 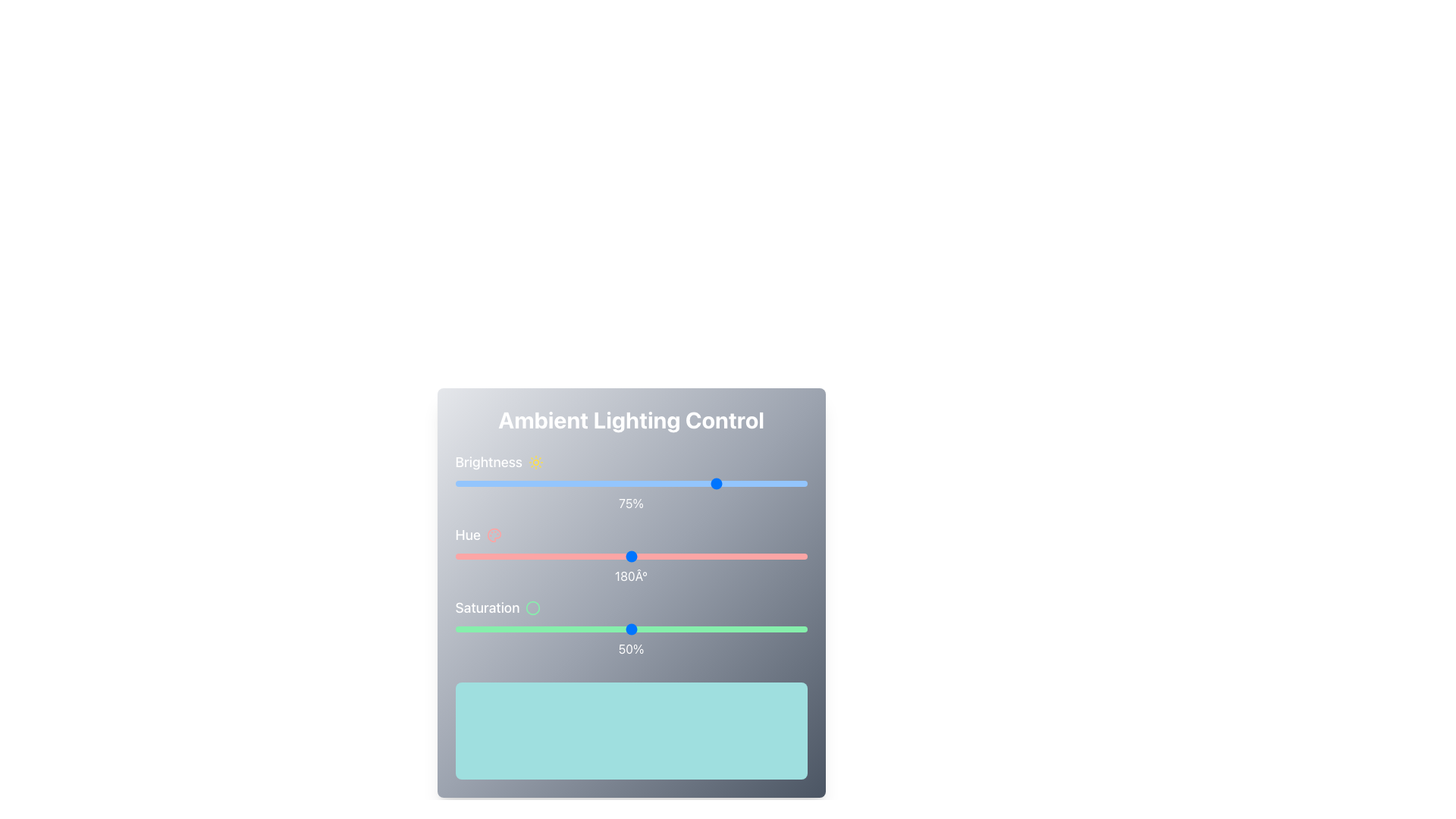 What do you see at coordinates (701, 629) in the screenshot?
I see `saturation` at bounding box center [701, 629].